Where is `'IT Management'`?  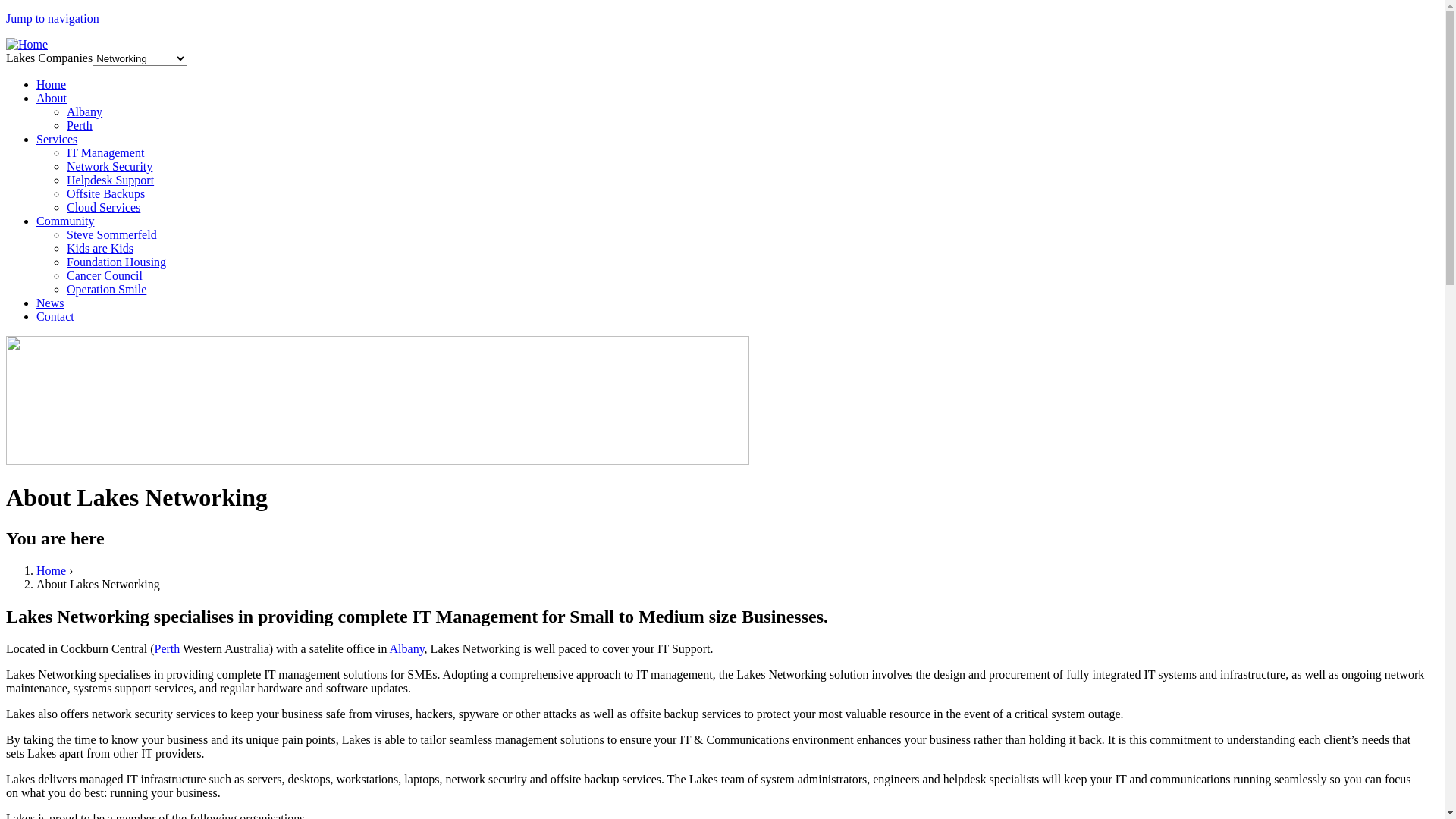
'IT Management' is located at coordinates (105, 152).